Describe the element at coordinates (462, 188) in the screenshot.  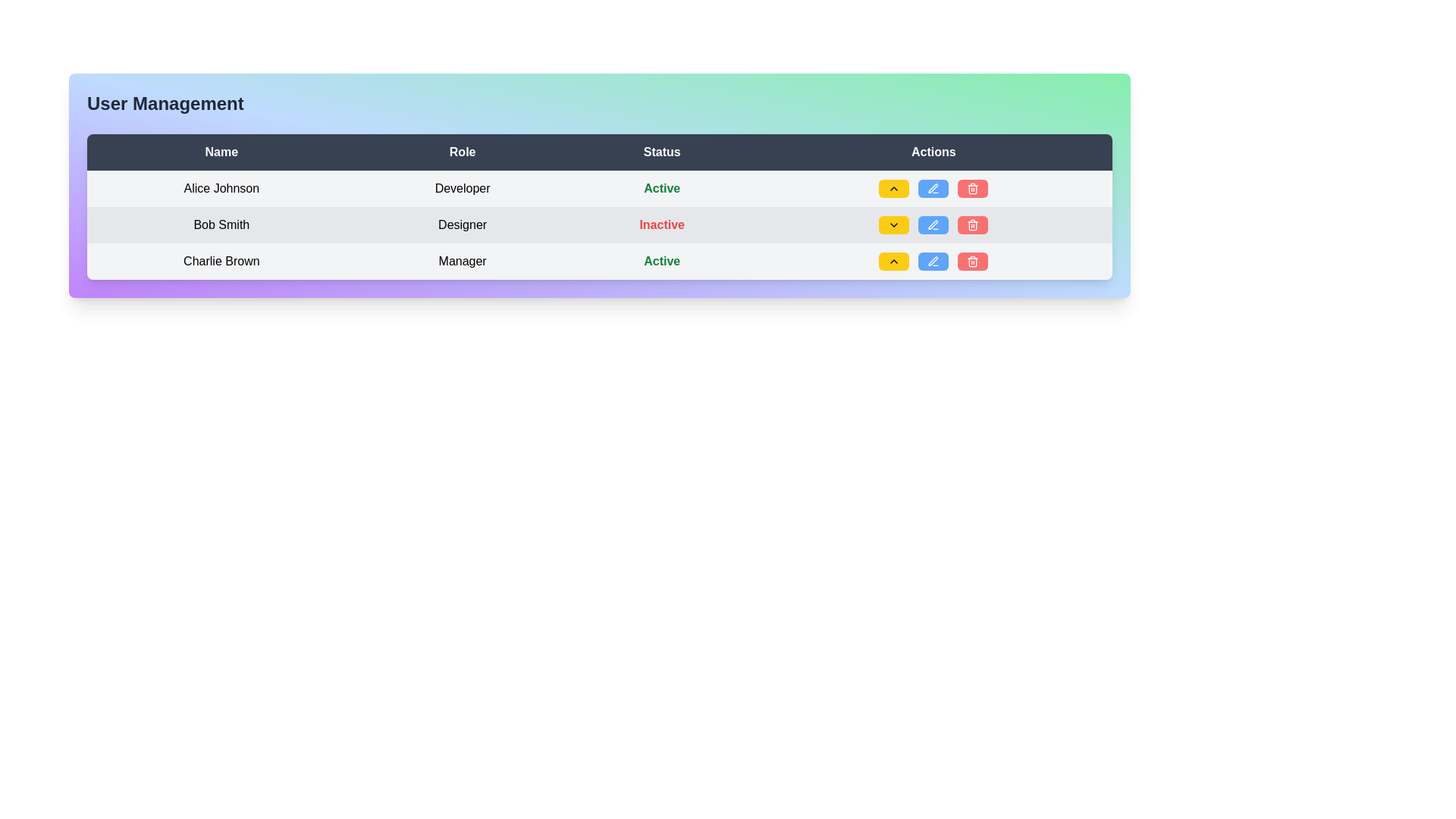
I see `the text label displaying the role assigned to Alice Johnson, located in the second column of the first data row under the 'Role' column` at that location.